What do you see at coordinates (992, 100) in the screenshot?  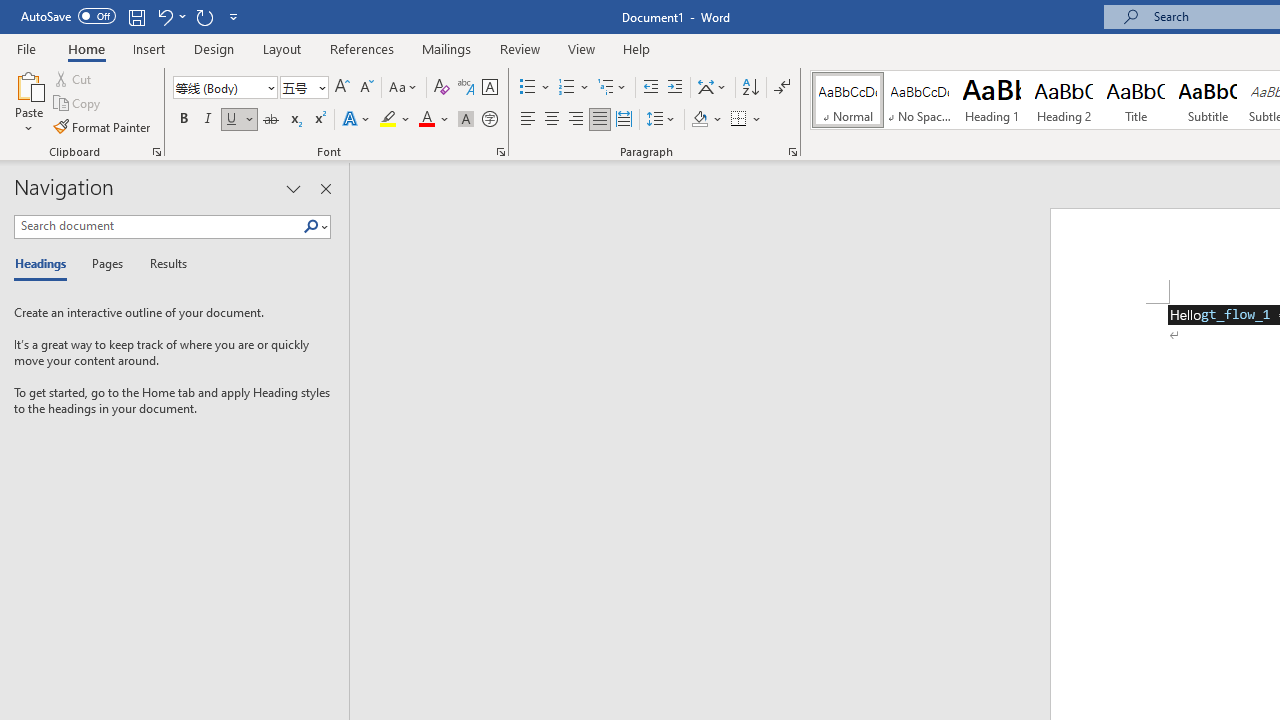 I see `'Heading 1'` at bounding box center [992, 100].